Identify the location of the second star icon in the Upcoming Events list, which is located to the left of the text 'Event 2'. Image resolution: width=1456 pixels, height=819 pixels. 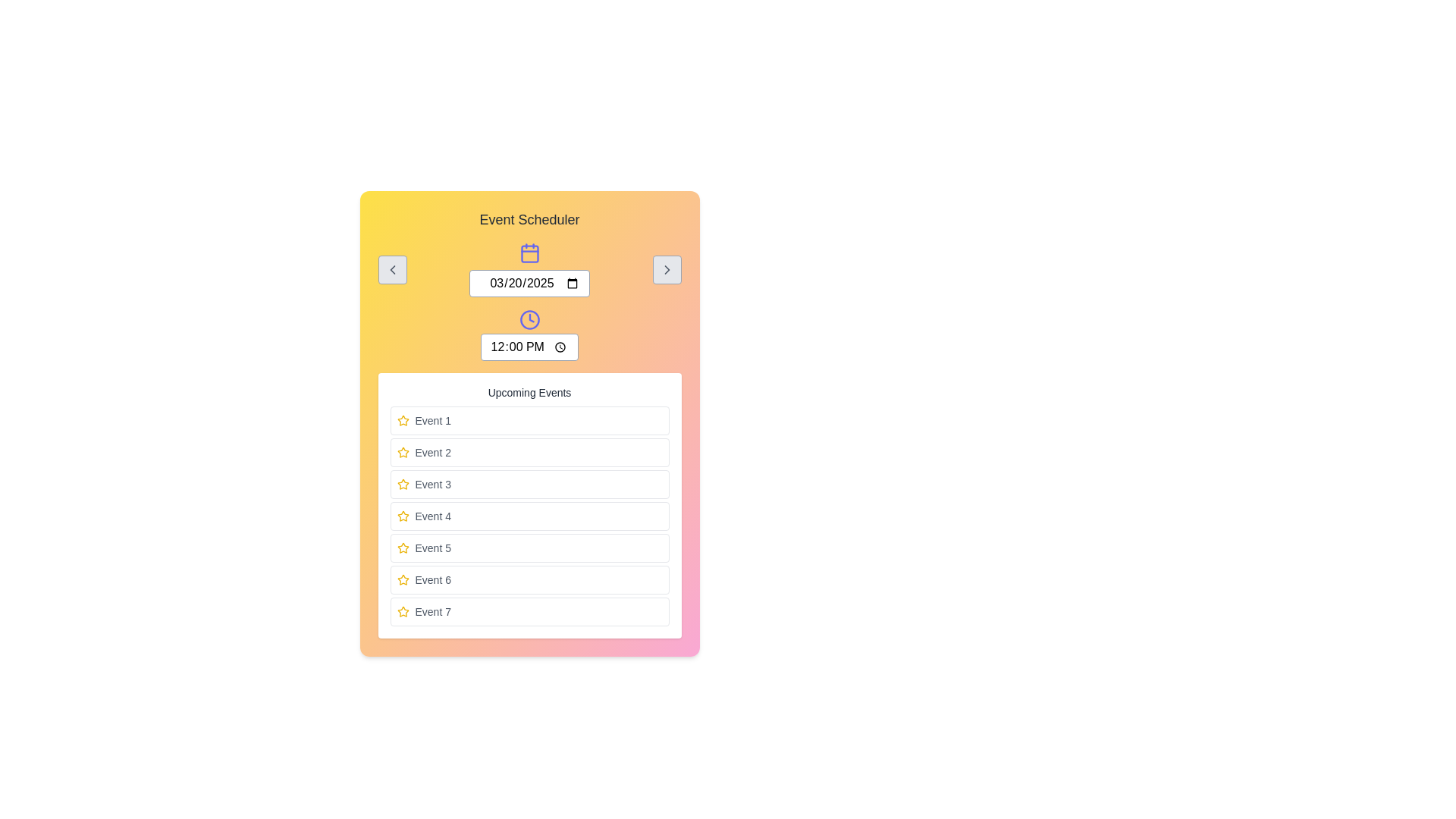
(403, 451).